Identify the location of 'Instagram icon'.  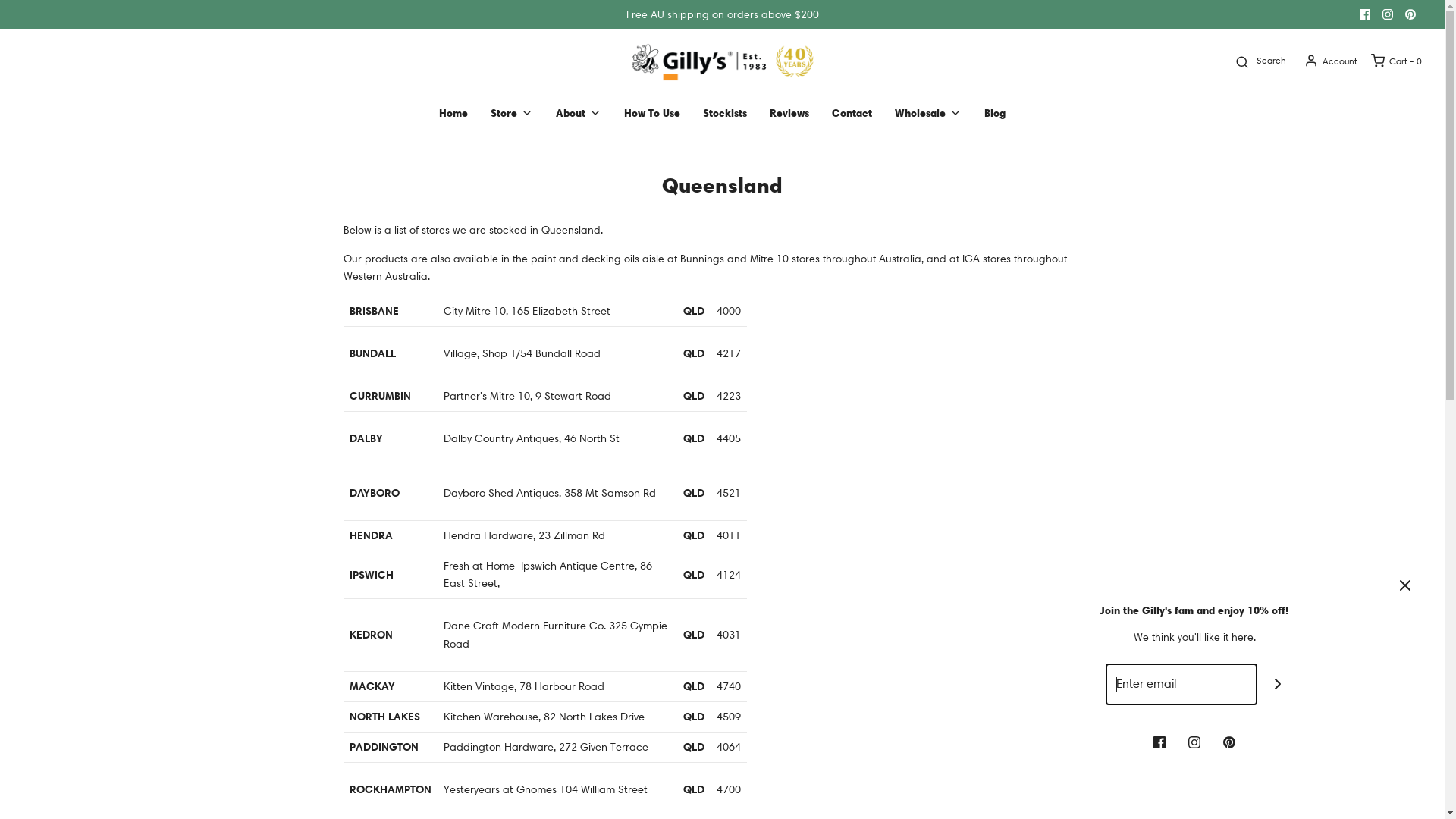
(1187, 739).